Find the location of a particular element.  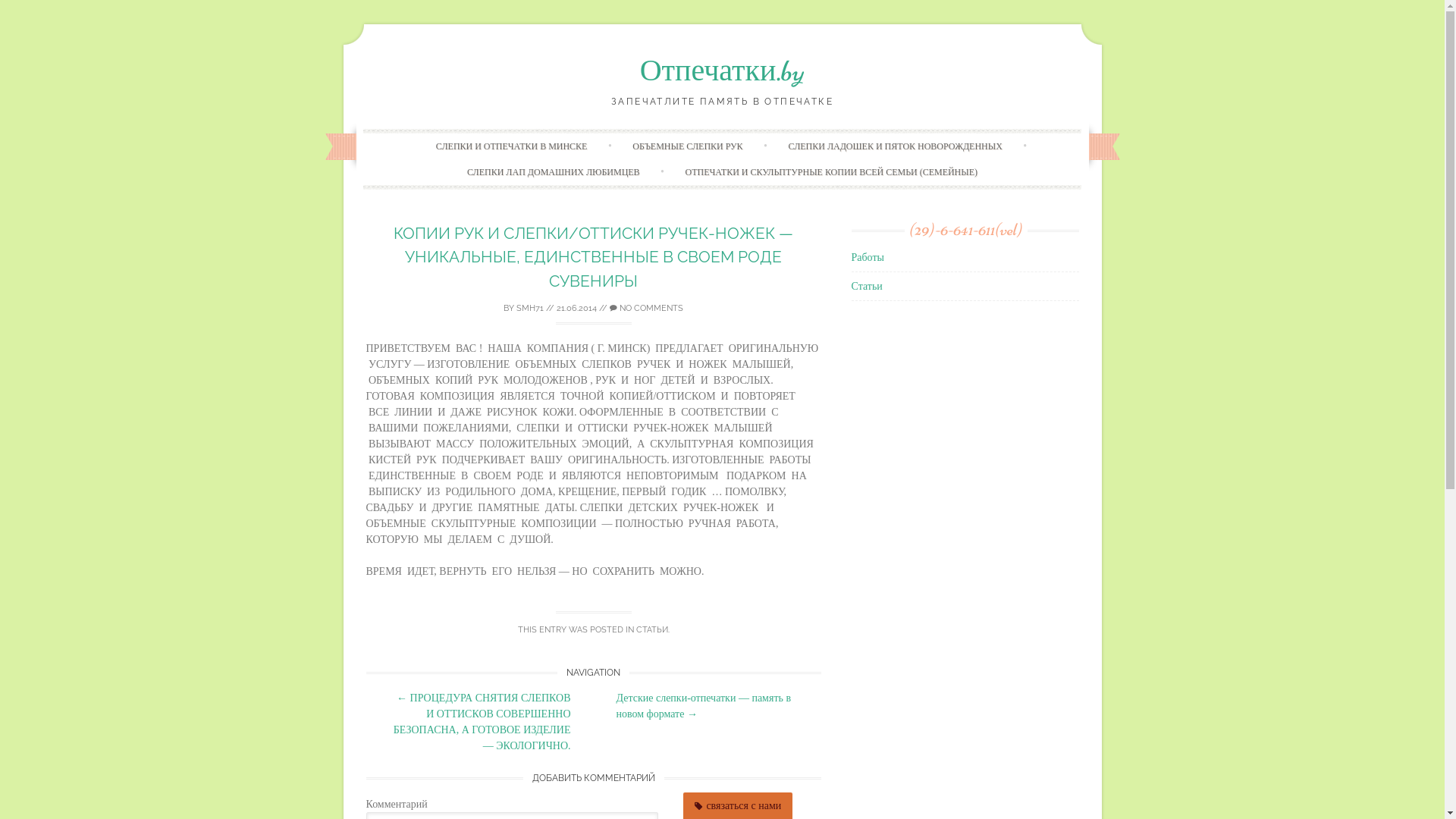

'NO COMMENTS' is located at coordinates (610, 307).